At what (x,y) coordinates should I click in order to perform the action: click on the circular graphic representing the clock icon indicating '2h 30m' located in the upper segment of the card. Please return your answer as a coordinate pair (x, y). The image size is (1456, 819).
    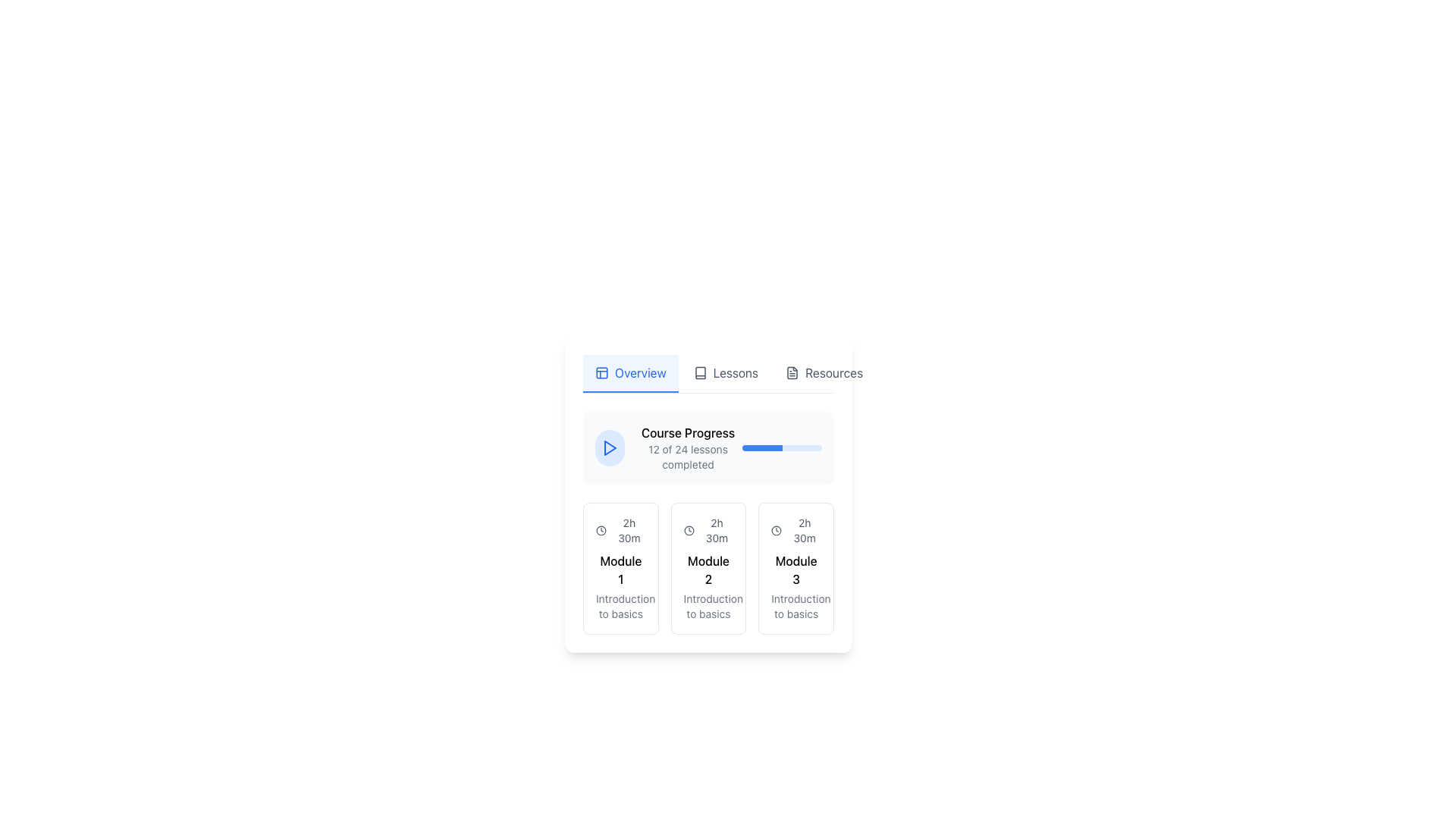
    Looking at the image, I should click on (777, 529).